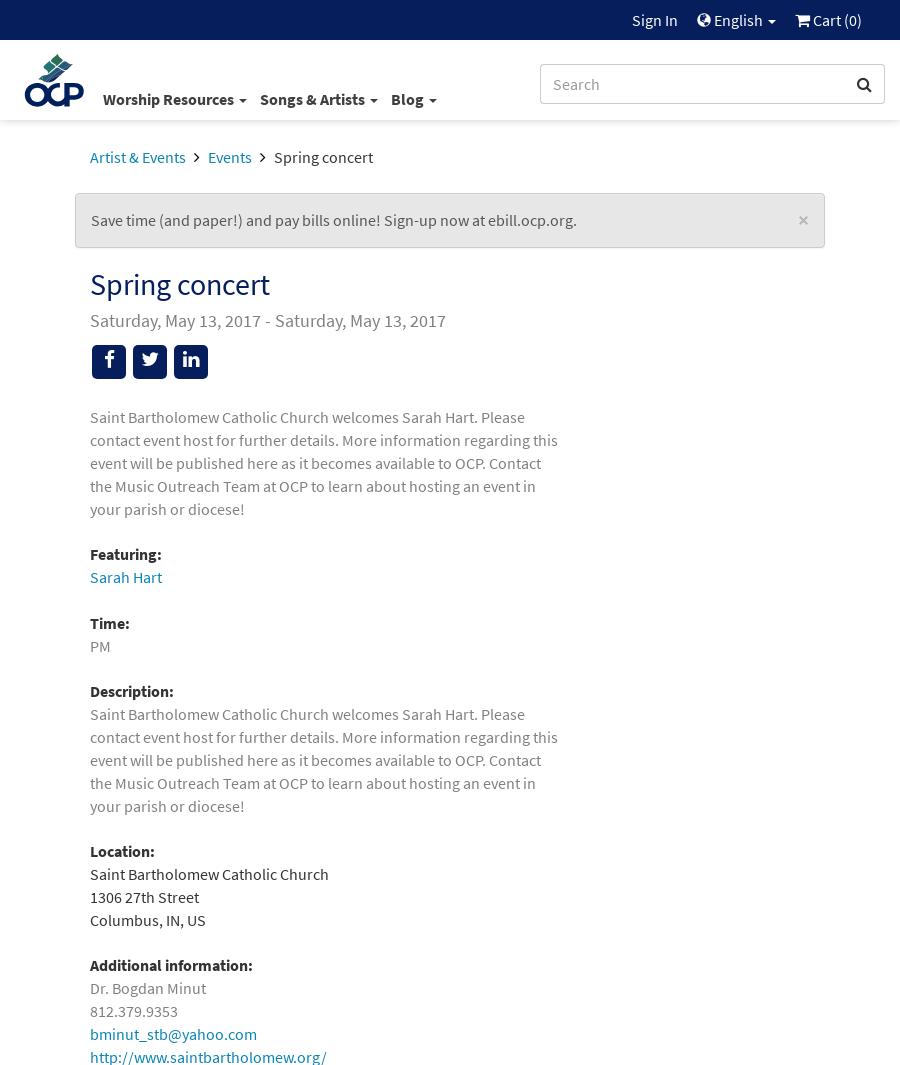 The width and height of the screenshot is (900, 1065). What do you see at coordinates (137, 155) in the screenshot?
I see `'Artist & Events'` at bounding box center [137, 155].